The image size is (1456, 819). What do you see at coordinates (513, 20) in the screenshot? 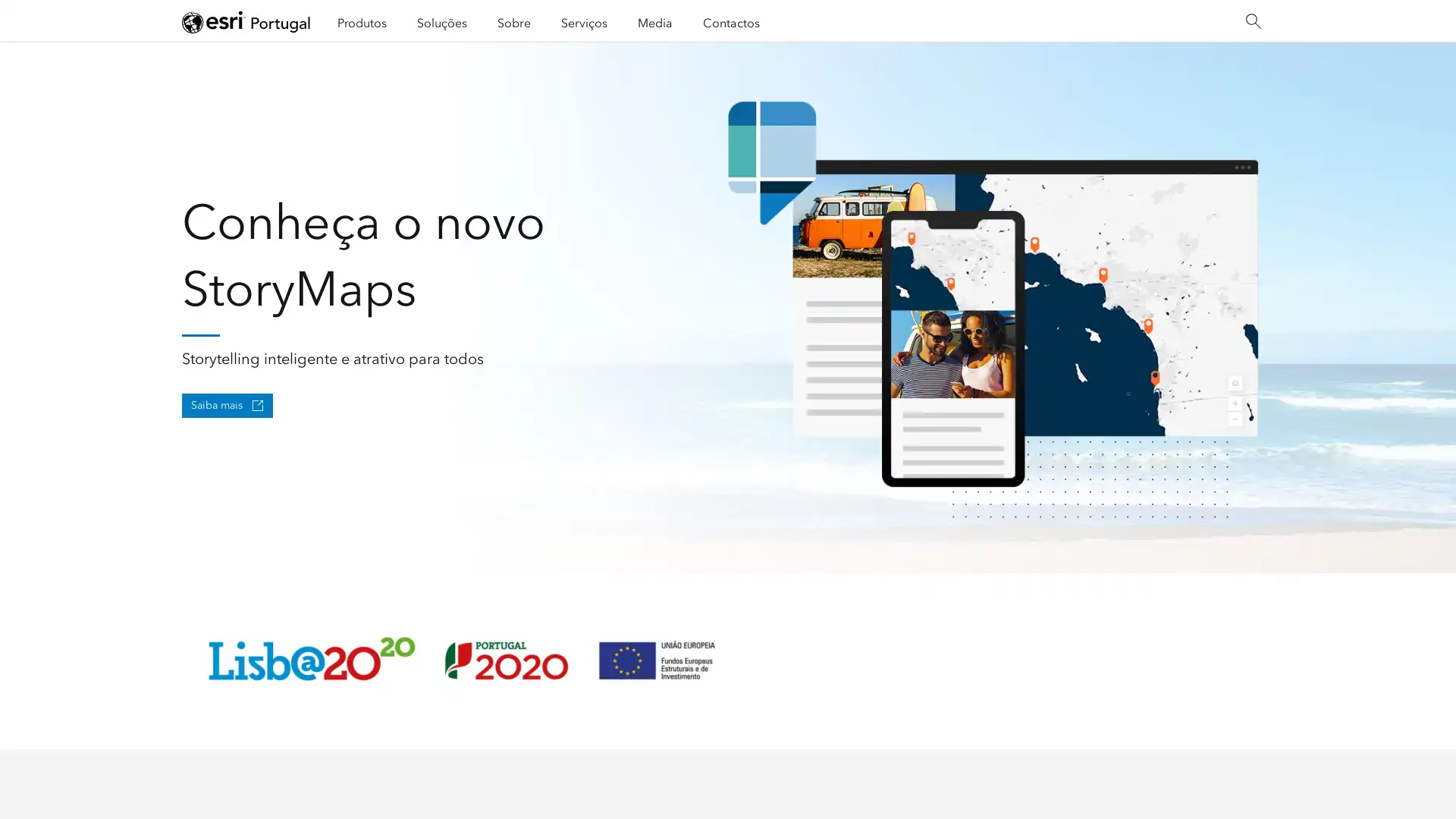
I see `Sobre` at bounding box center [513, 20].